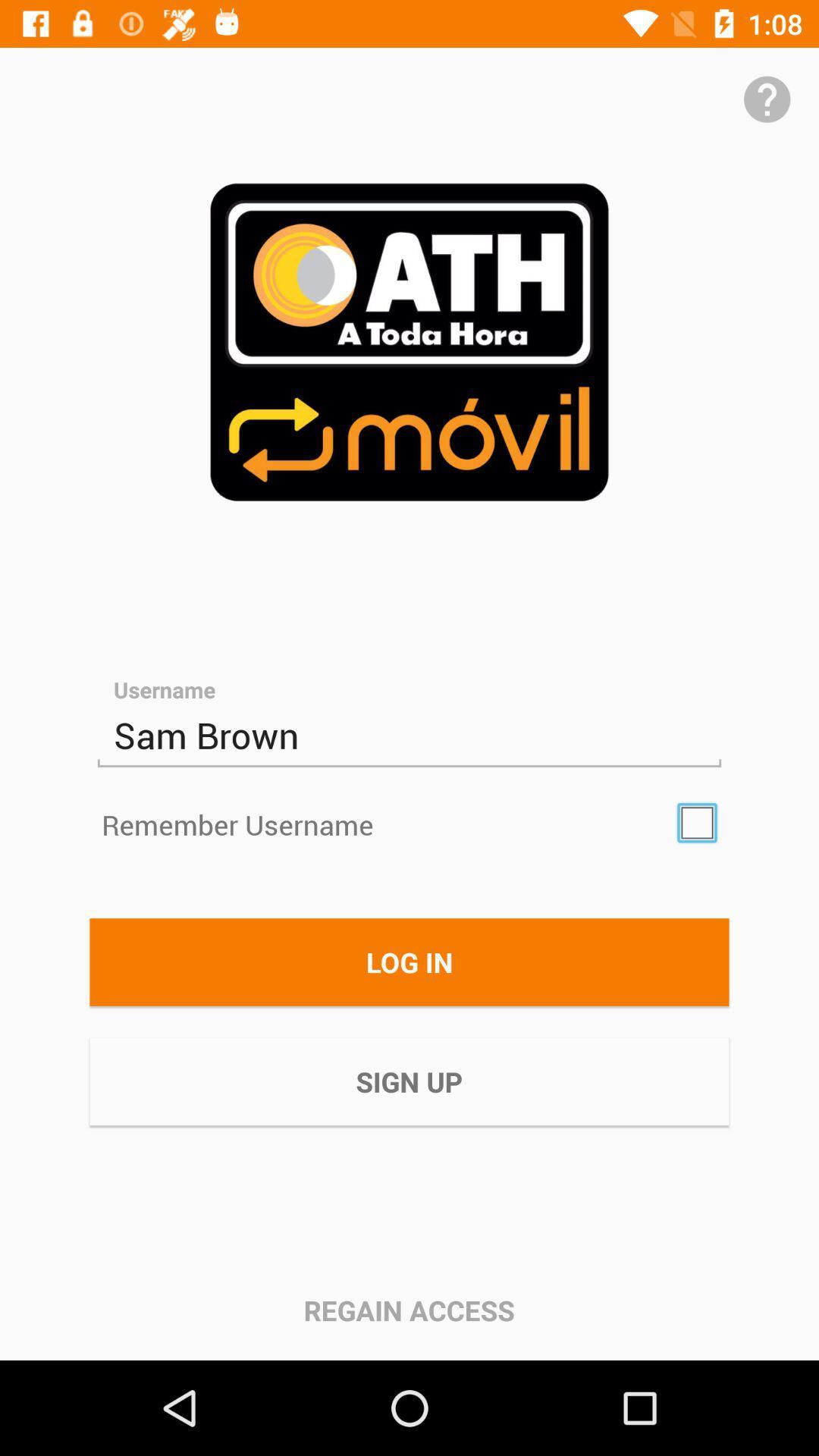  Describe the element at coordinates (408, 1310) in the screenshot. I see `regain access` at that location.